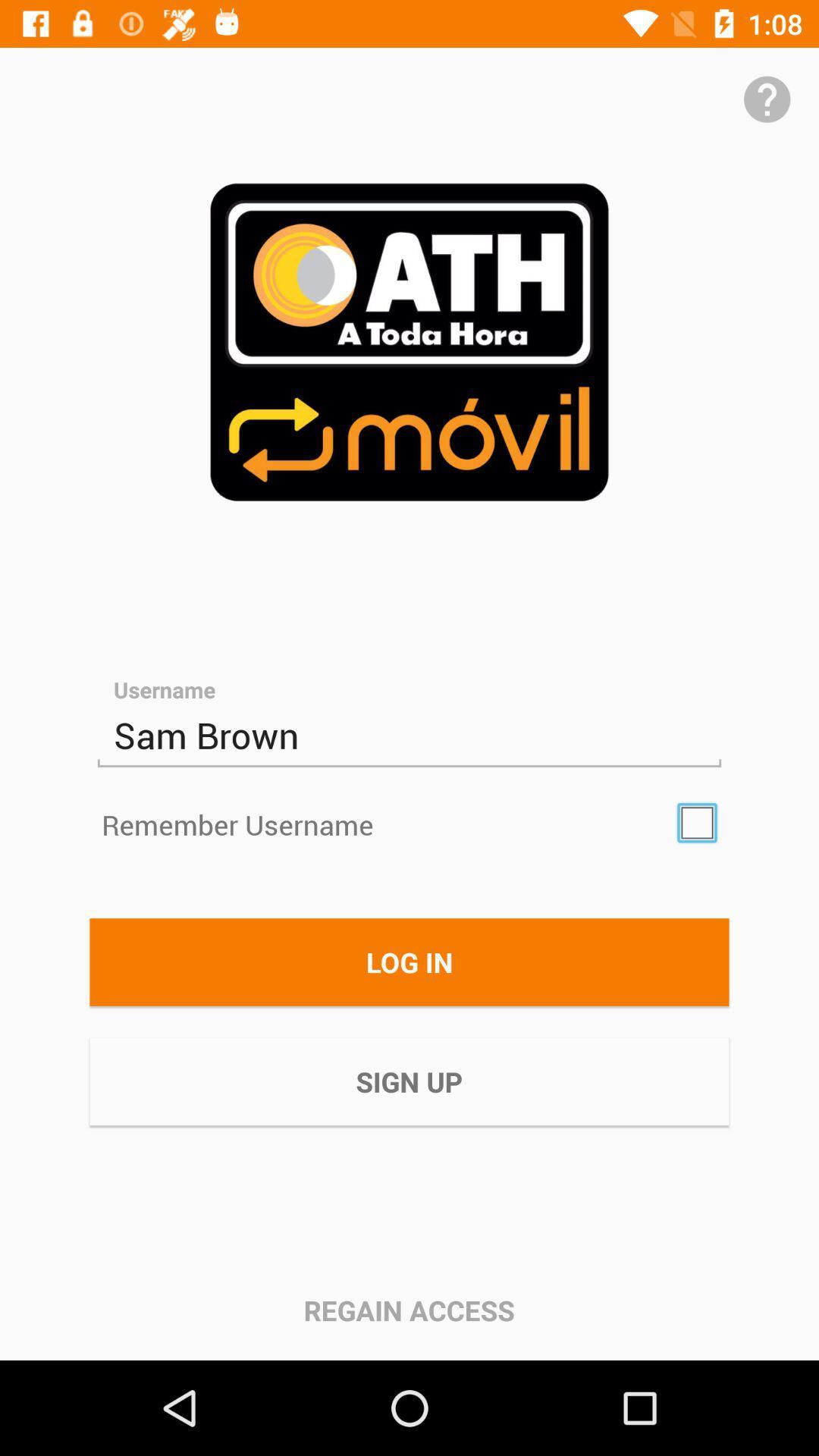  Describe the element at coordinates (408, 1310) in the screenshot. I see `regain access` at that location.